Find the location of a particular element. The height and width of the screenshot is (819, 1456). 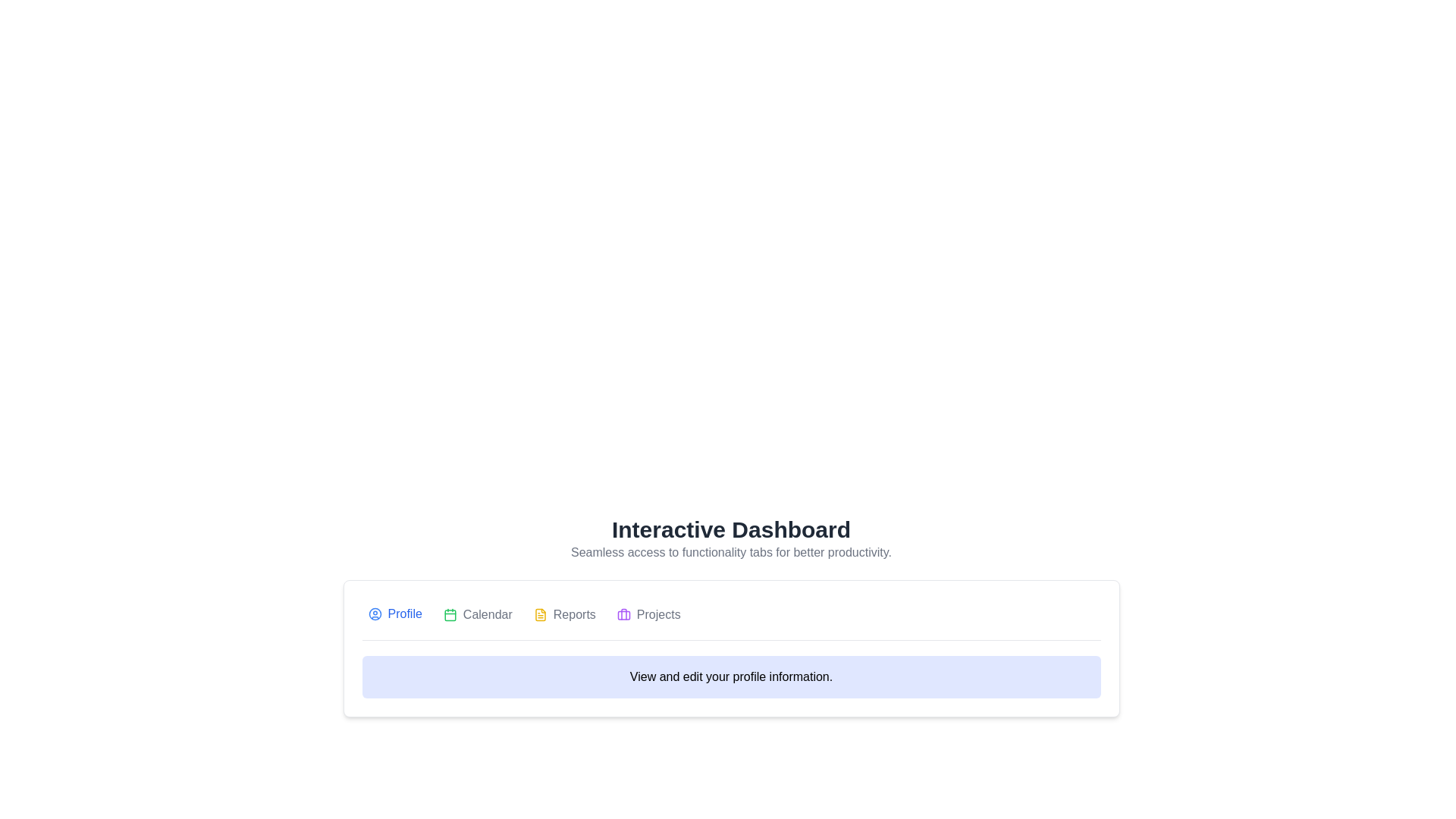

the circular user avatar icon with a blue outline that represents the user profile, located inside the 'Profile' navigation button on the far left of the menu bar is located at coordinates (375, 614).